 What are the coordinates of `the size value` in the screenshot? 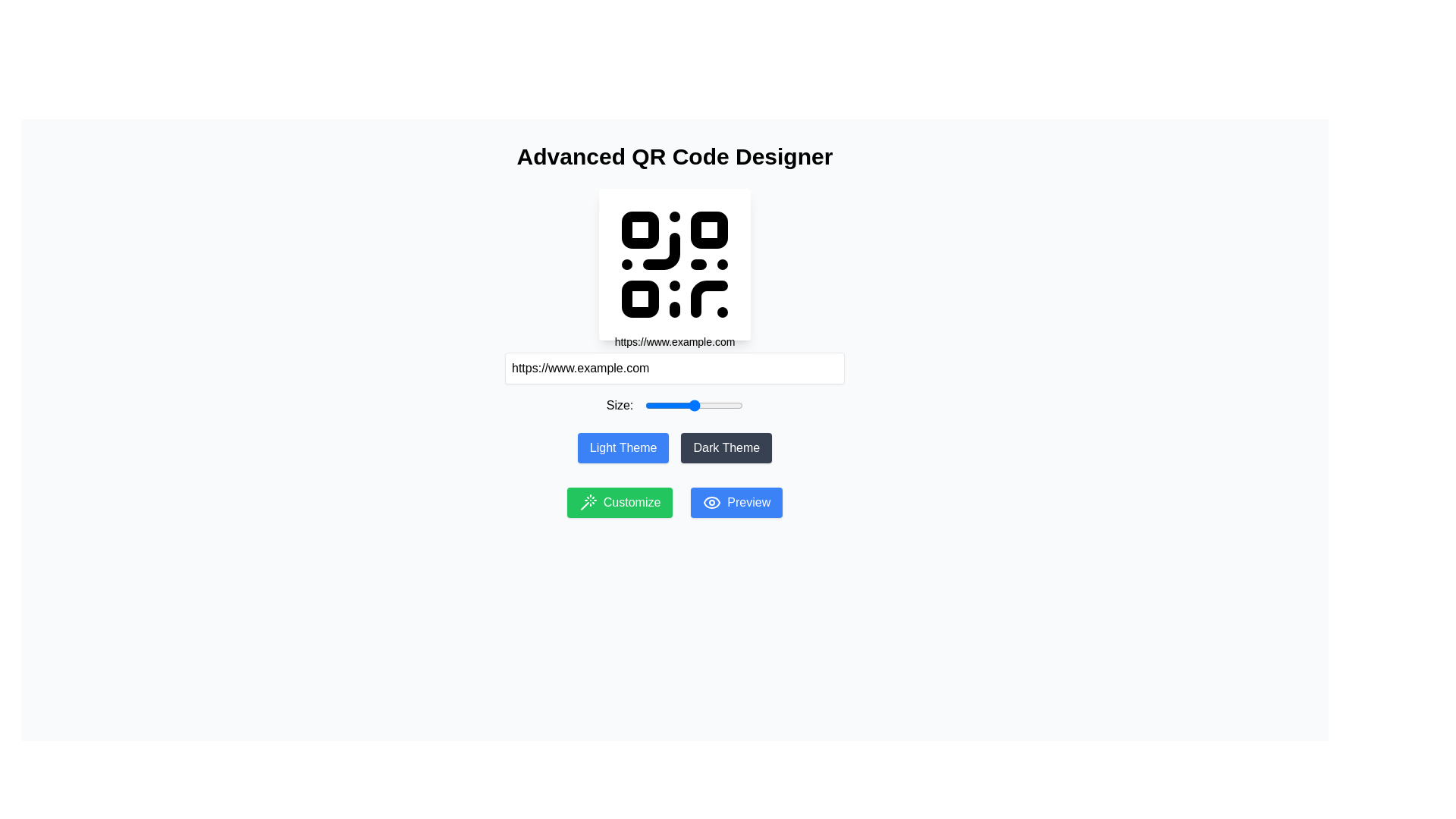 It's located at (740, 405).